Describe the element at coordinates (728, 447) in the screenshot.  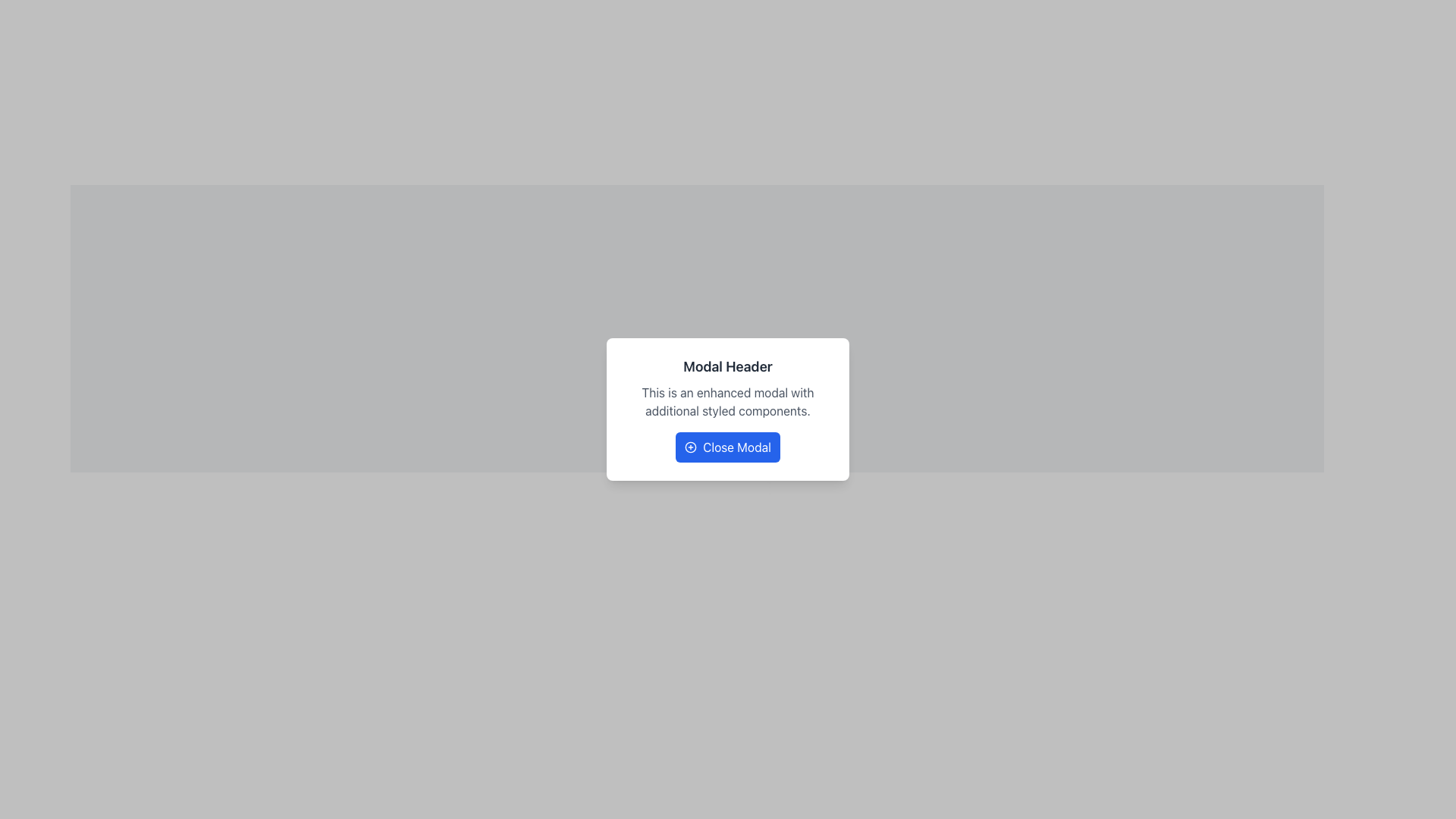
I see `the blue rectangular 'Close Modal' button with white text and a plus icon` at that location.